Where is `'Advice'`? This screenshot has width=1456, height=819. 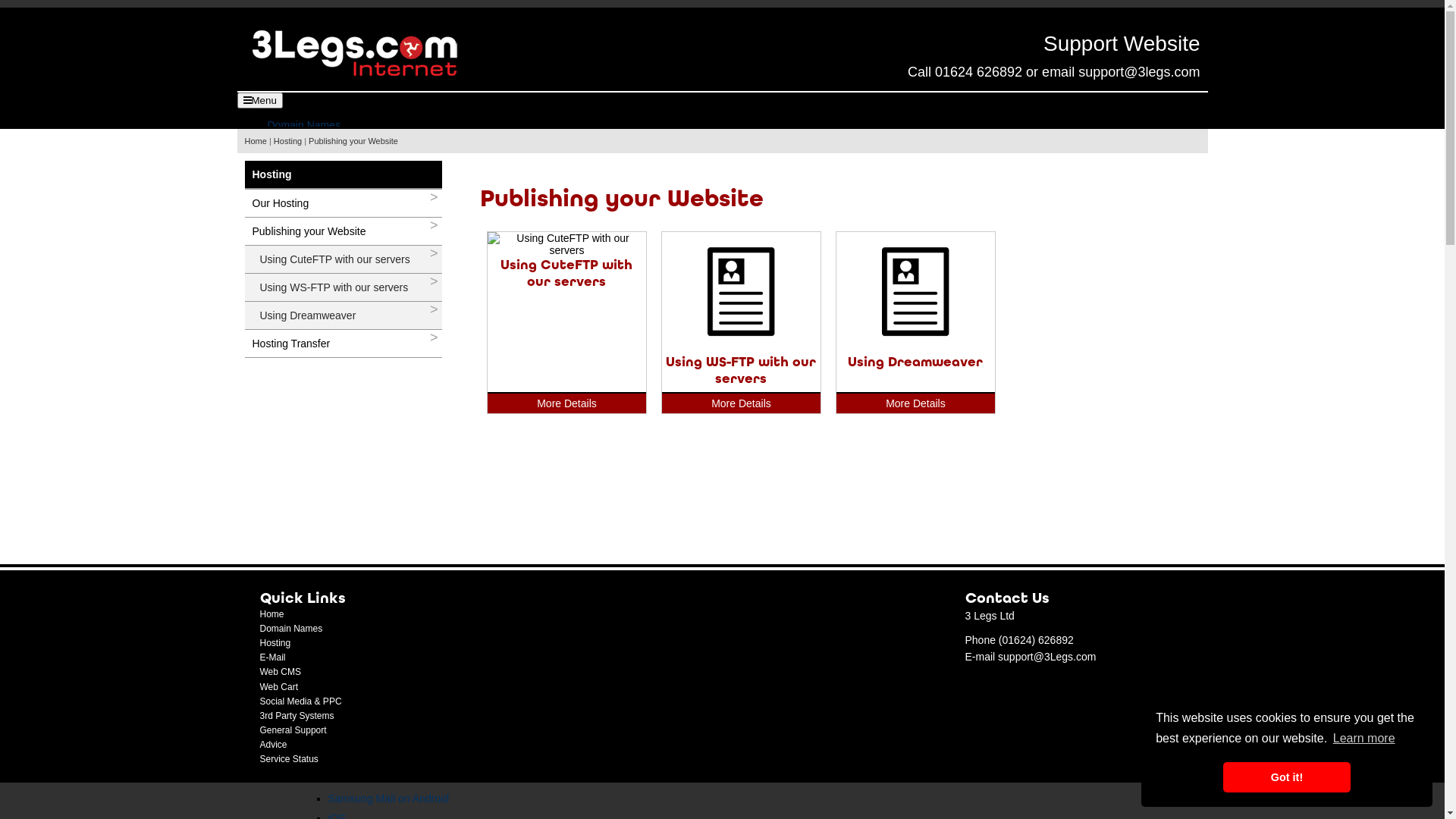
'Advice' is located at coordinates (273, 744).